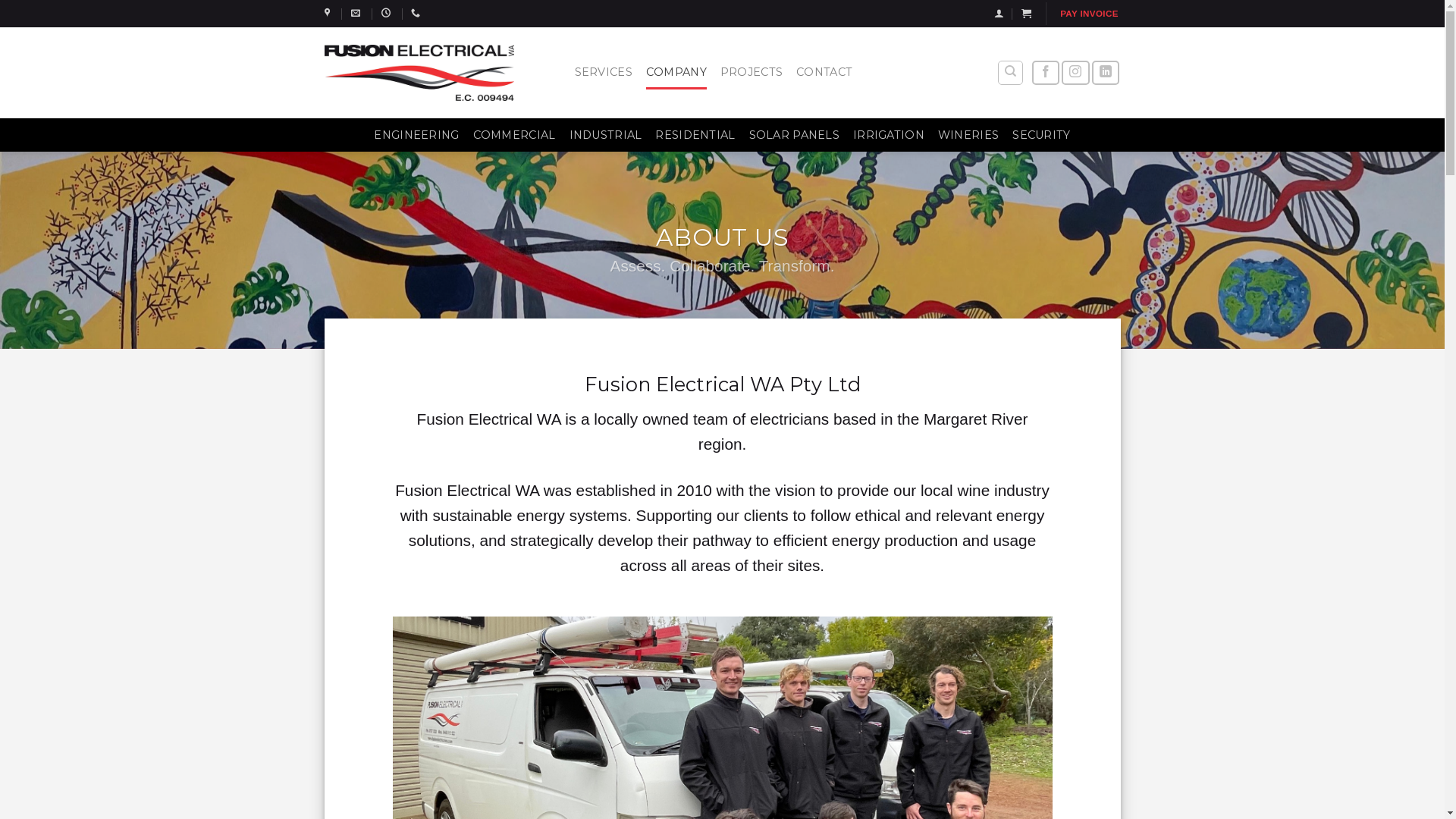 The image size is (1456, 819). Describe the element at coordinates (793, 133) in the screenshot. I see `'SOLAR PANELS'` at that location.